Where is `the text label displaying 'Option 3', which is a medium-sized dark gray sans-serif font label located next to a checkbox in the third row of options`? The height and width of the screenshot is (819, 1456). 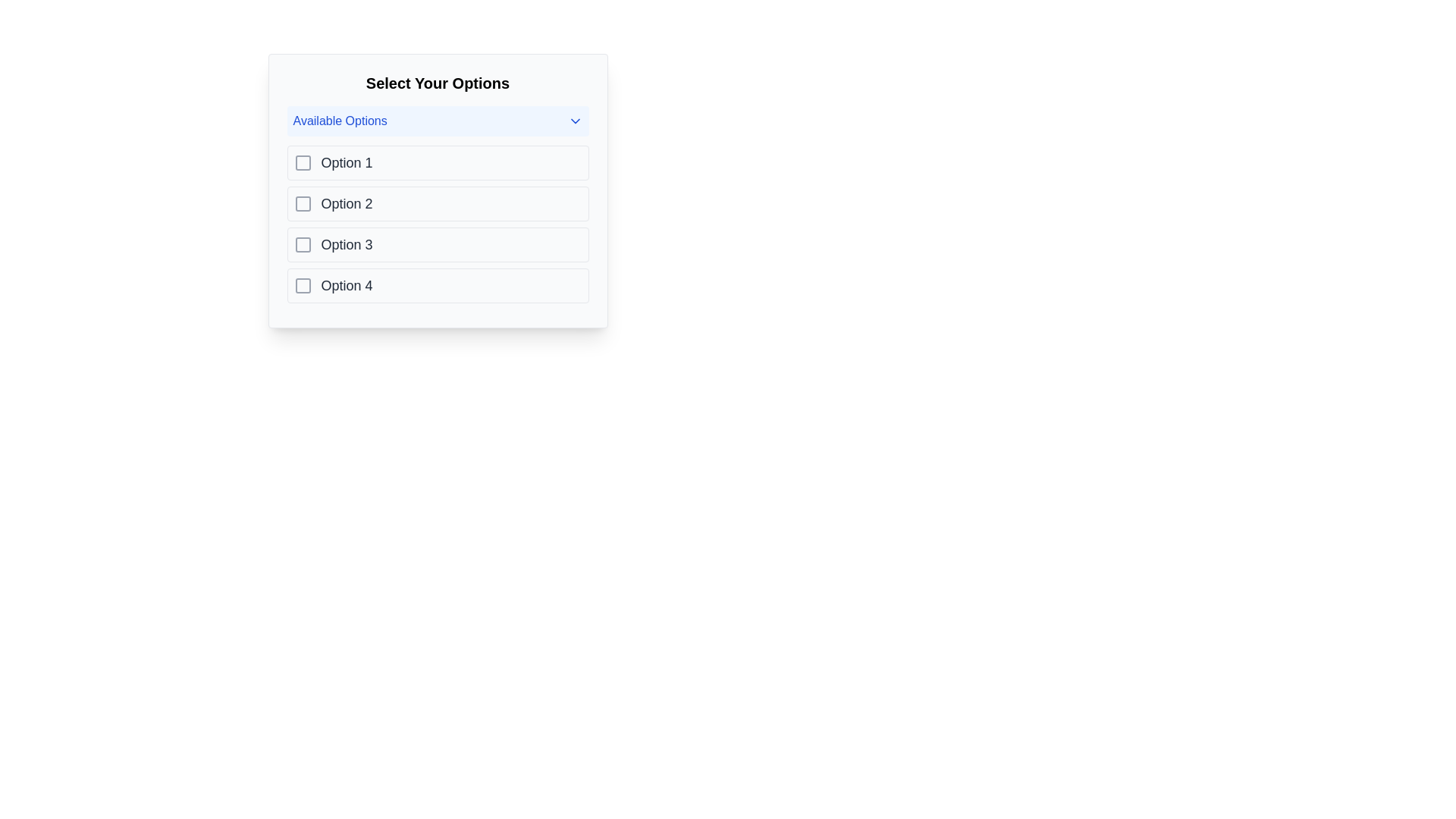
the text label displaying 'Option 3', which is a medium-sized dark gray sans-serif font label located next to a checkbox in the third row of options is located at coordinates (346, 244).